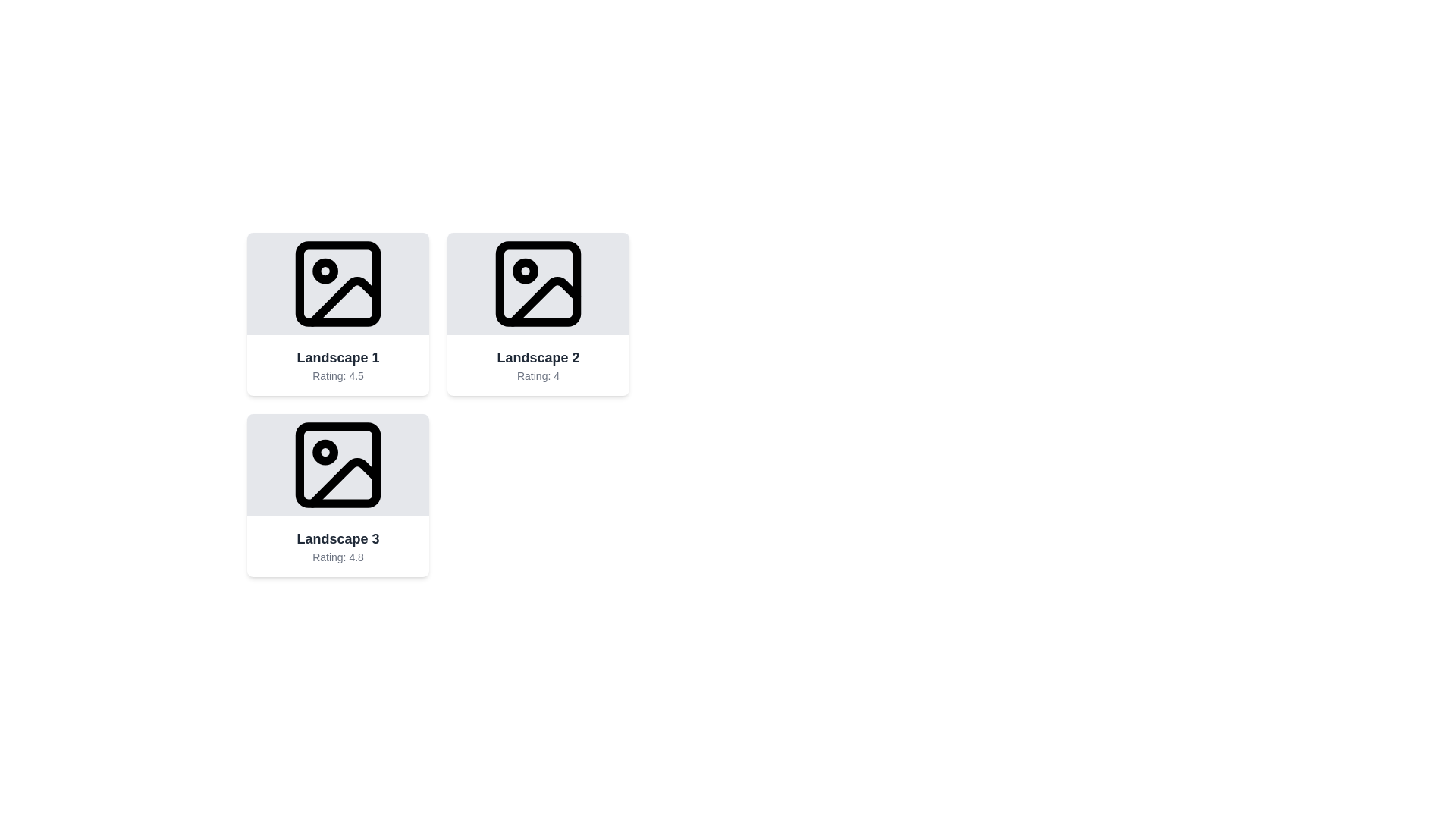 The width and height of the screenshot is (1456, 819). Describe the element at coordinates (337, 283) in the screenshot. I see `the appearance of the star icon located in the upper left quadrant of the interface grid, next to the text 'Rating: 4.5'` at that location.